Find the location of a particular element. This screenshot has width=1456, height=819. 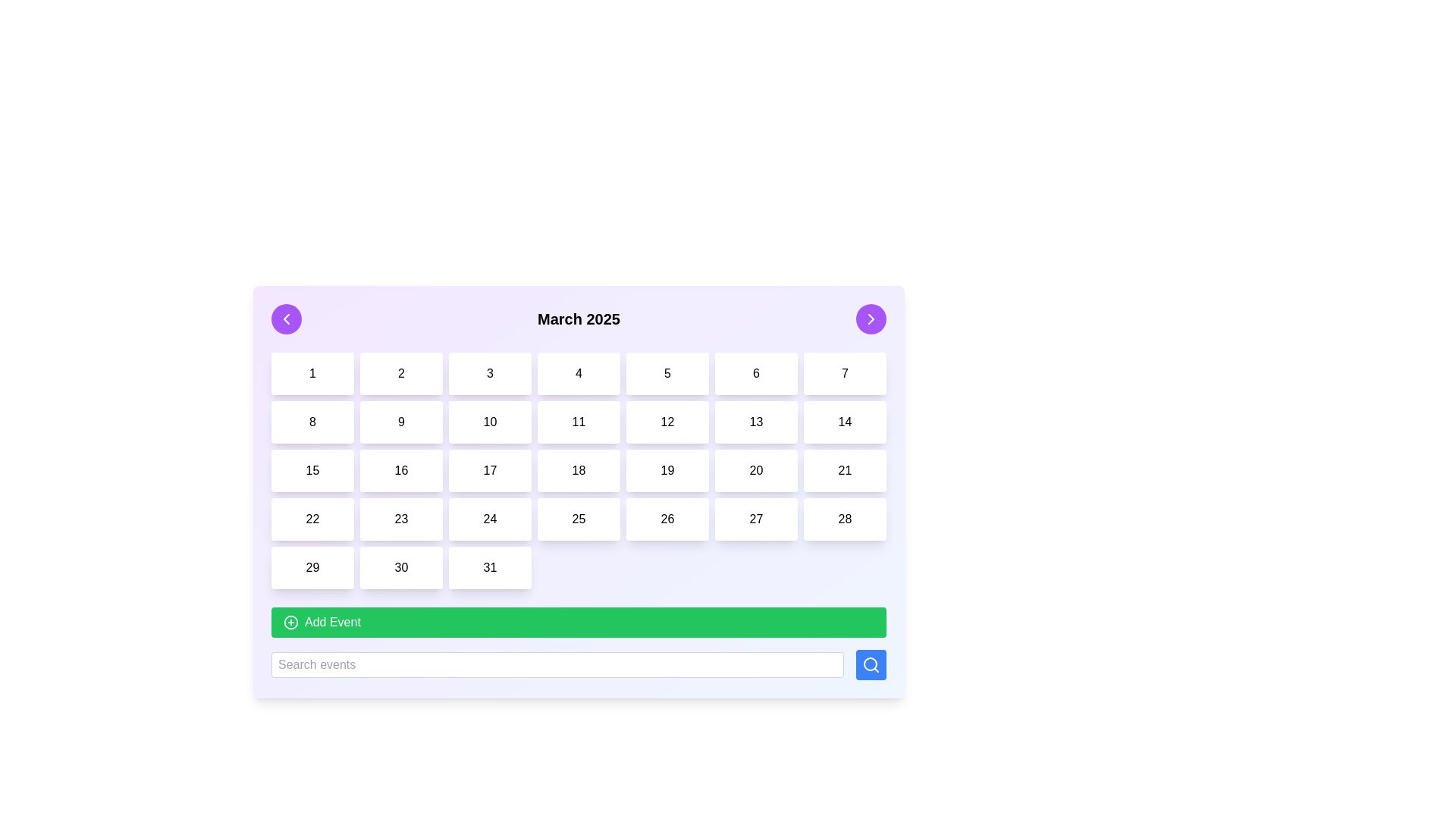

a specific day within the calendar grid displayed below the title 'March 2025' is located at coordinates (578, 470).